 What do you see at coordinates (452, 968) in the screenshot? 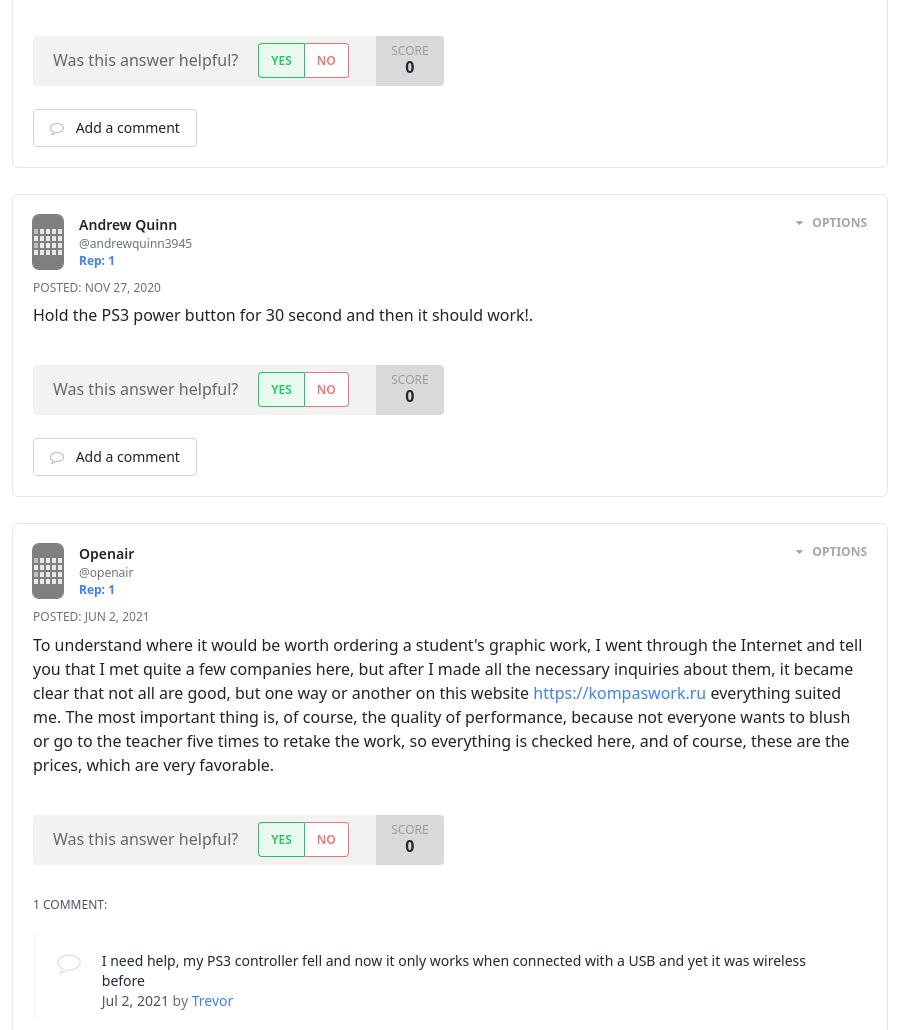
I see `'I need help, my PS3 controller fell and now it only works when connected with a USB and yet it was wireless before'` at bounding box center [452, 968].